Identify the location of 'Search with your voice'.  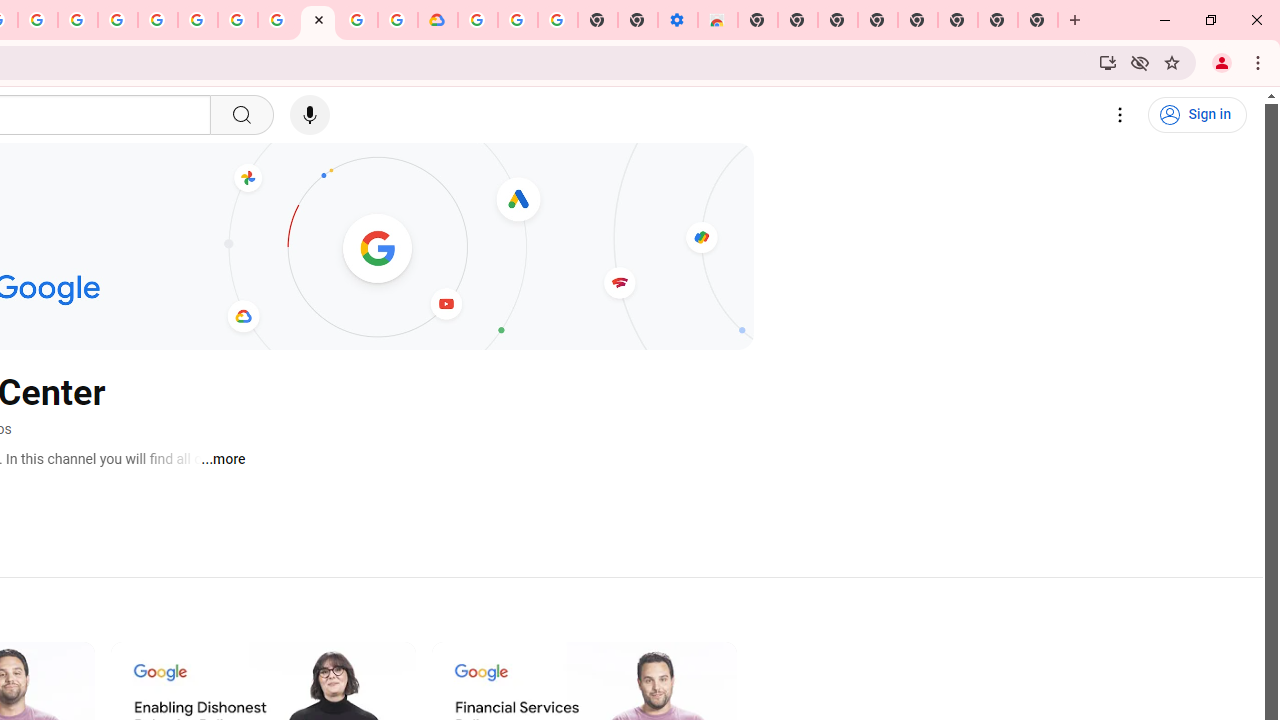
(308, 115).